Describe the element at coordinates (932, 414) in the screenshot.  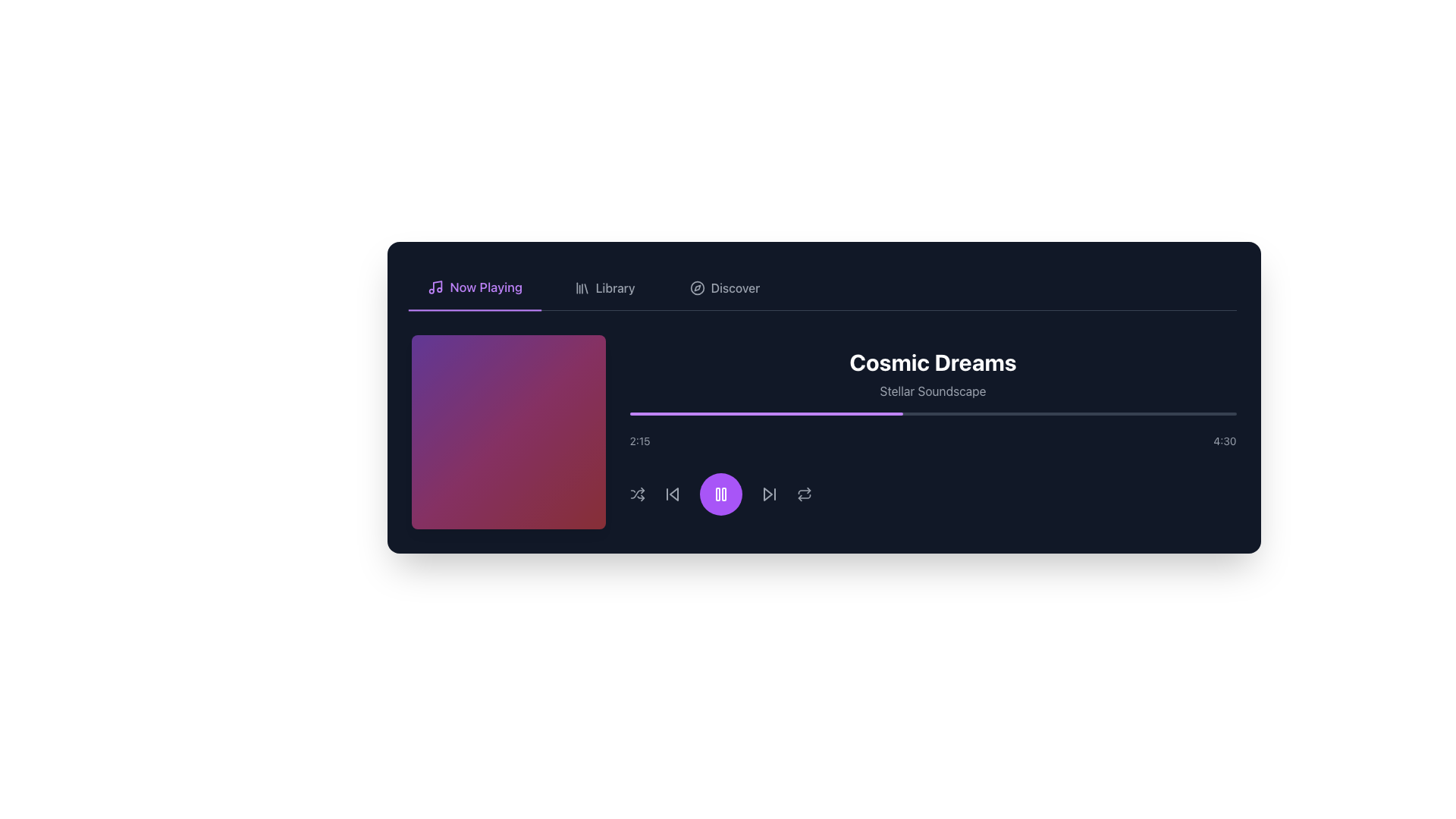
I see `the progress bar located centrally below the text 'Cosmic Dreams' and 'Stellar Soundscape', which serves as a progress indicator for ongoing playback` at that location.